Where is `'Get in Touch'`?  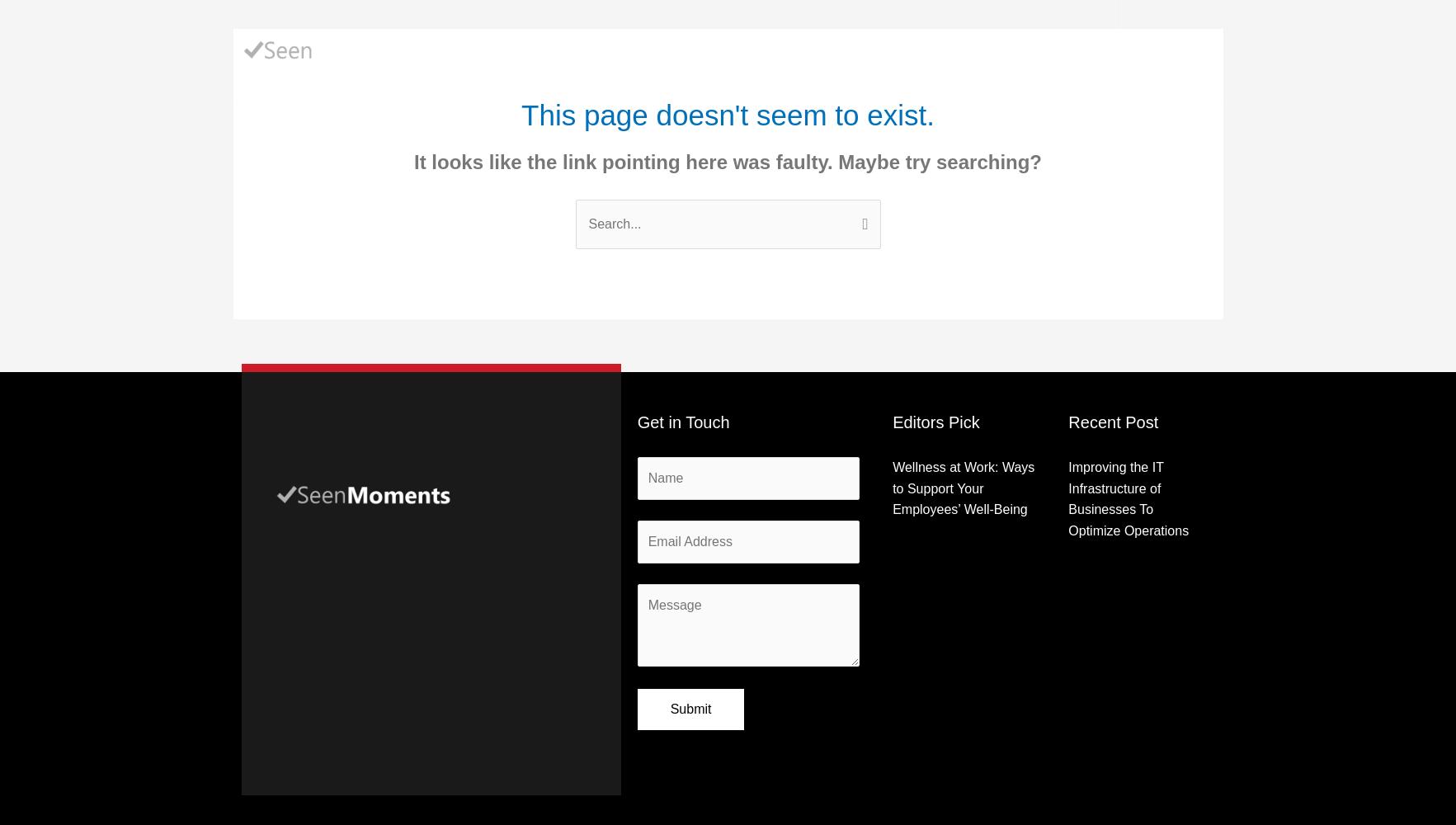 'Get in Touch' is located at coordinates (681, 422).